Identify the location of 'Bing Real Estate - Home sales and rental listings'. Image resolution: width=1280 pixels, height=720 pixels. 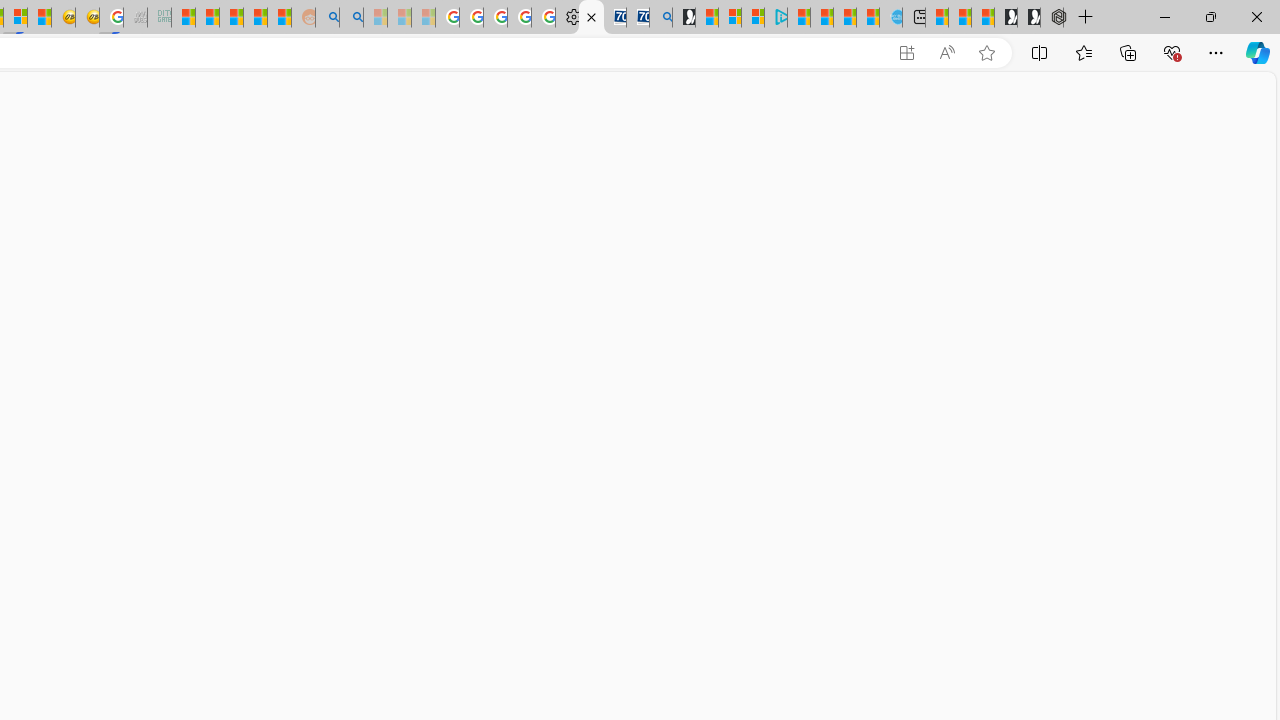
(661, 17).